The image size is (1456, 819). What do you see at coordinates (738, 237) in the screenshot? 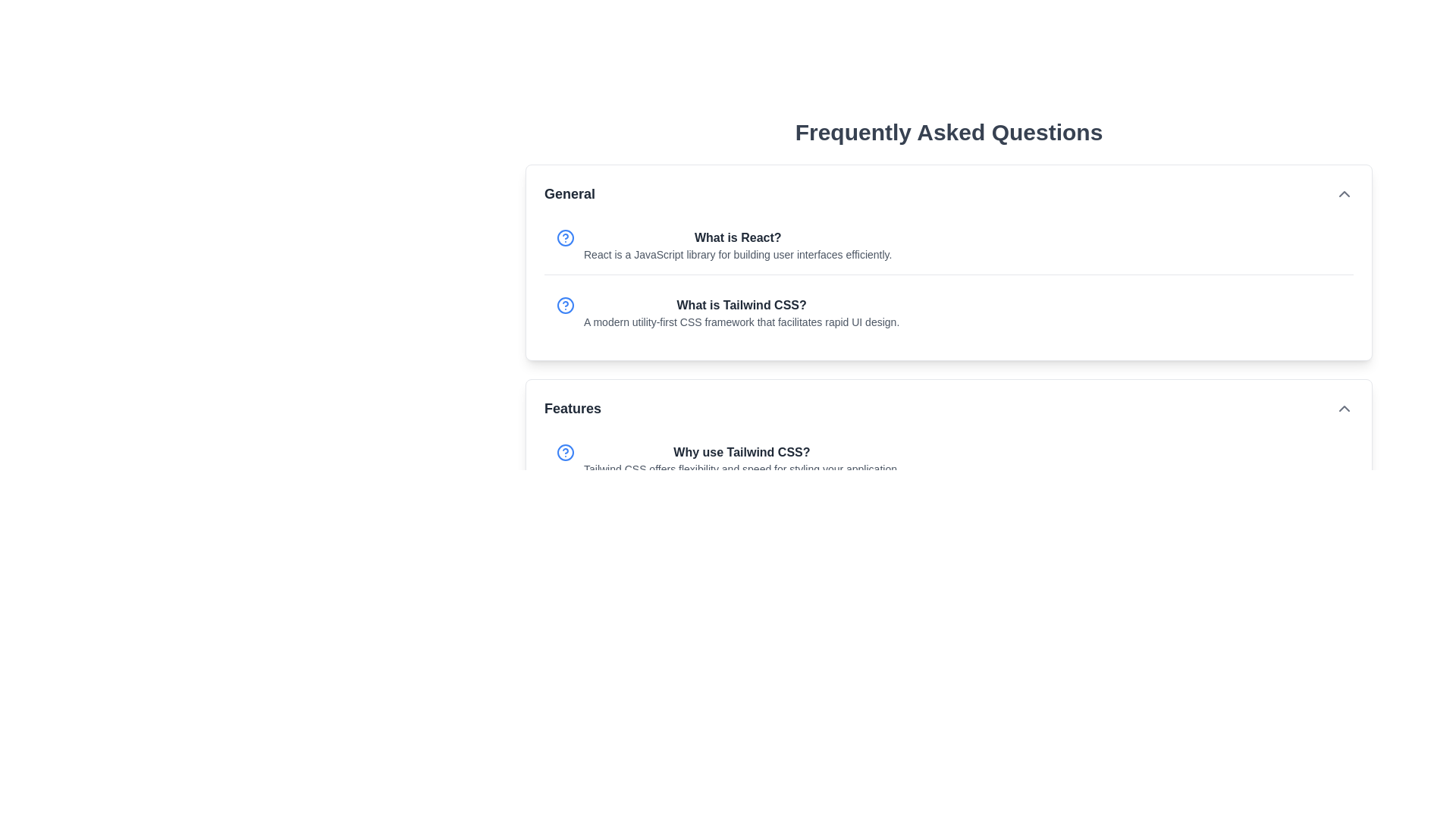
I see `the Text header element located in the FAQ section under 'General'` at bounding box center [738, 237].